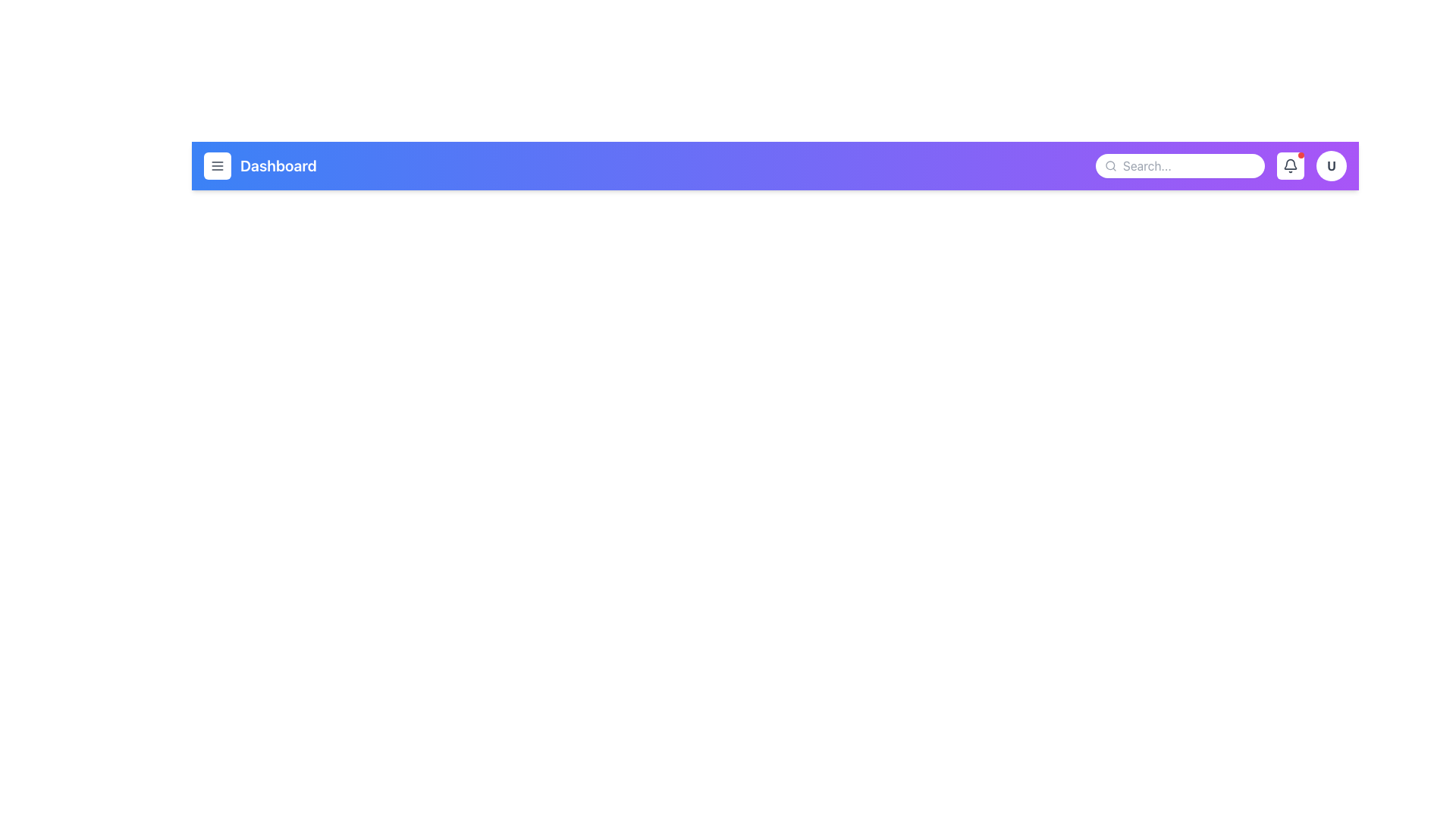  Describe the element at coordinates (278, 166) in the screenshot. I see `the text label displaying 'Dashboard' in white on a blue background, which is located in the navigation bar to the right of the menu icon` at that location.